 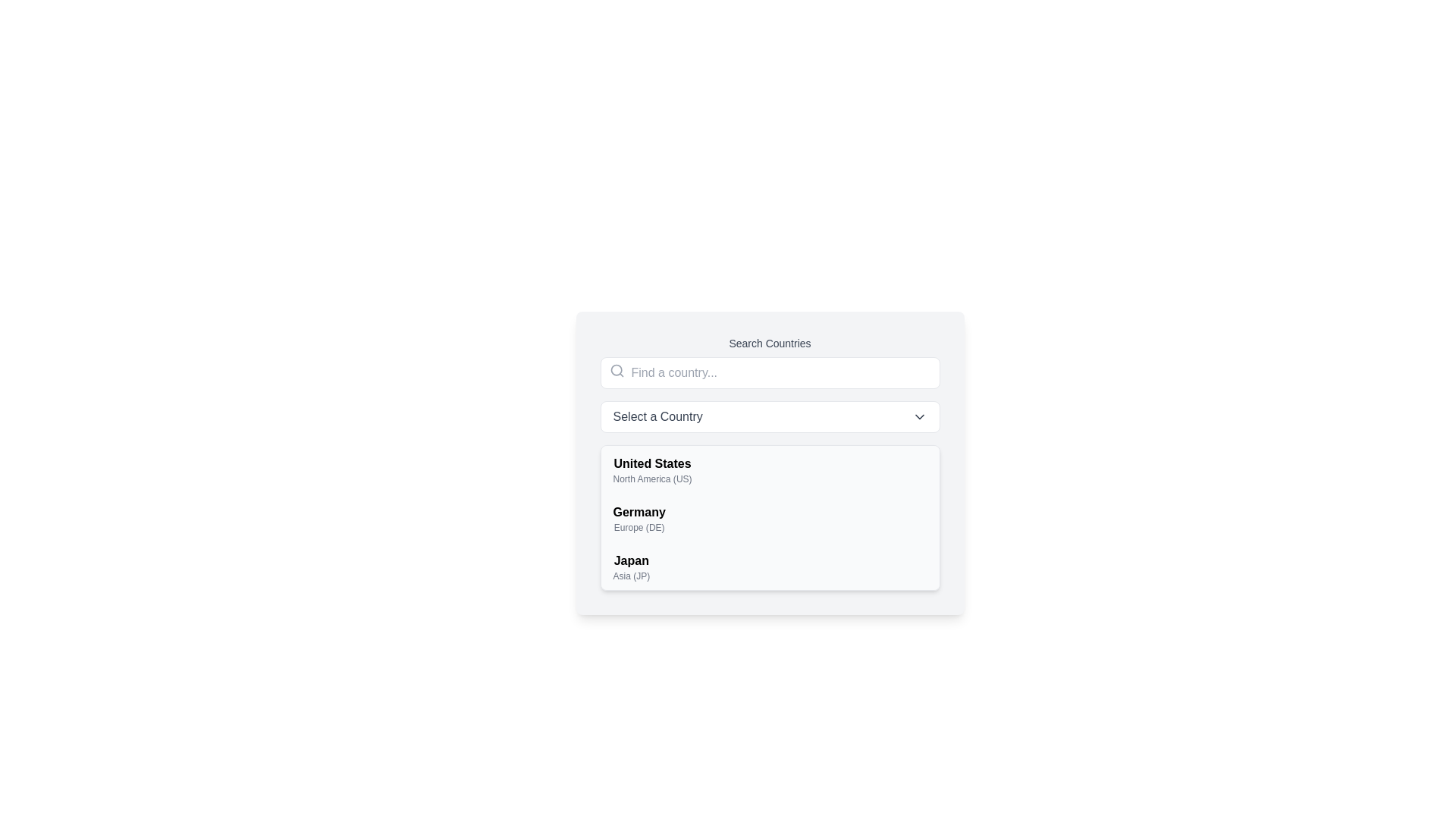 I want to click on the text label that reads 'Europe (DE)', which is styled in light gray and positioned beneath the main label 'Germany' in the 'Search Countries' list, so click(x=639, y=526).